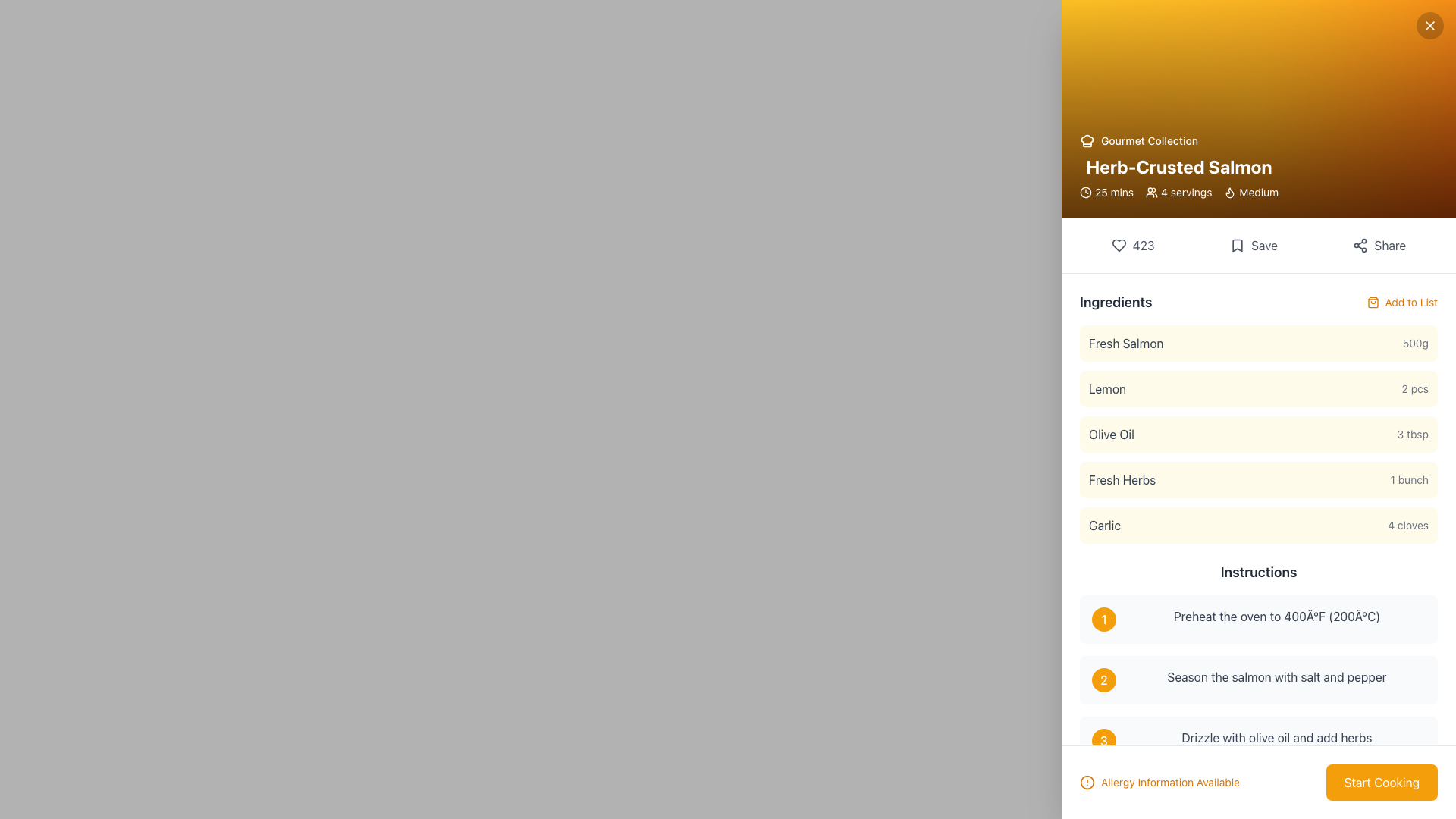  What do you see at coordinates (1259, 418) in the screenshot?
I see `the list item labeled 'Olive Oil' with the quantity '3 tbsp', which is the third item in the ingredient checklist` at bounding box center [1259, 418].